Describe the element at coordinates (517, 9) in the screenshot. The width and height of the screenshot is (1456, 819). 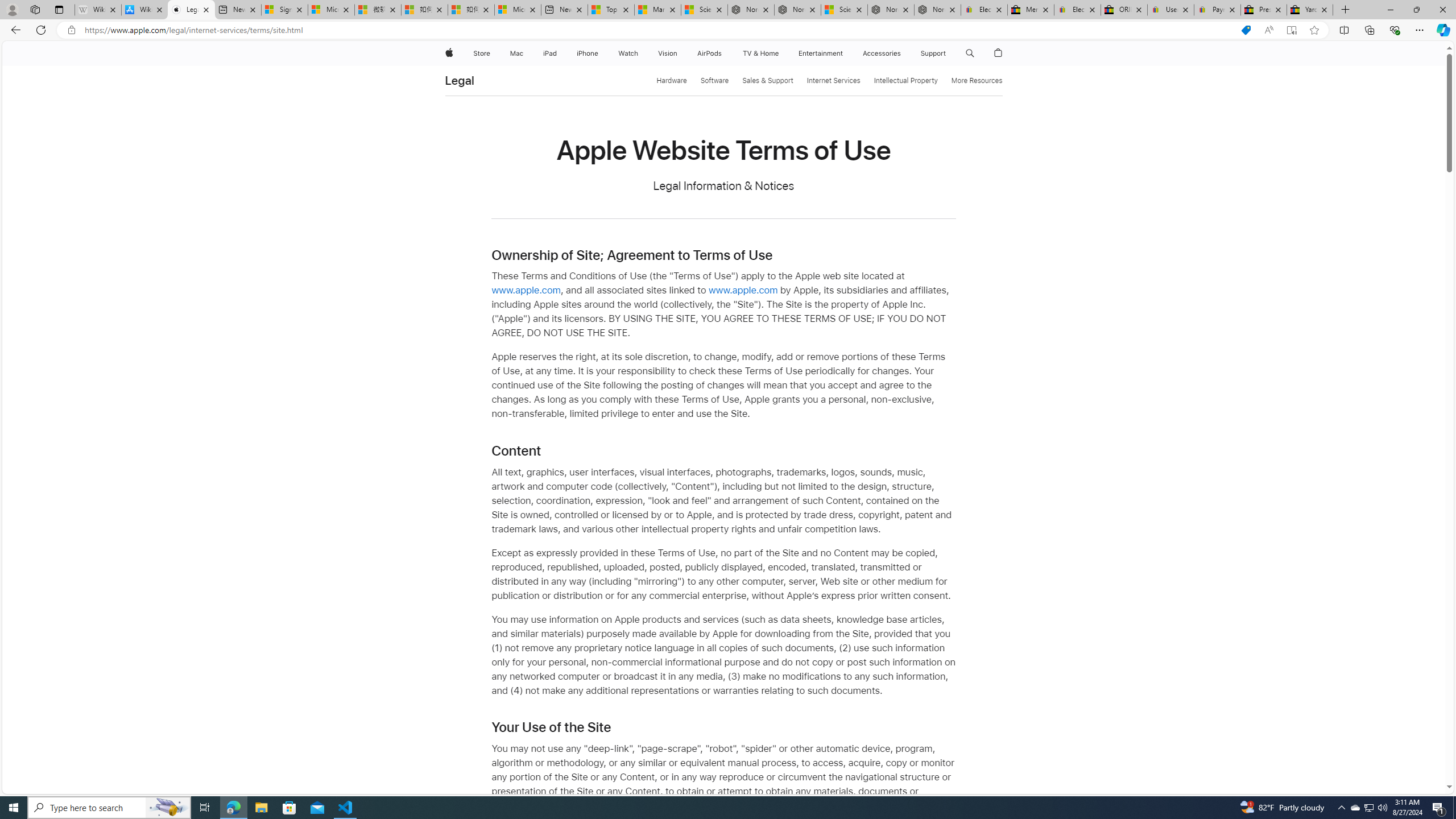
I see `'Microsoft account | Account Checkup'` at that location.